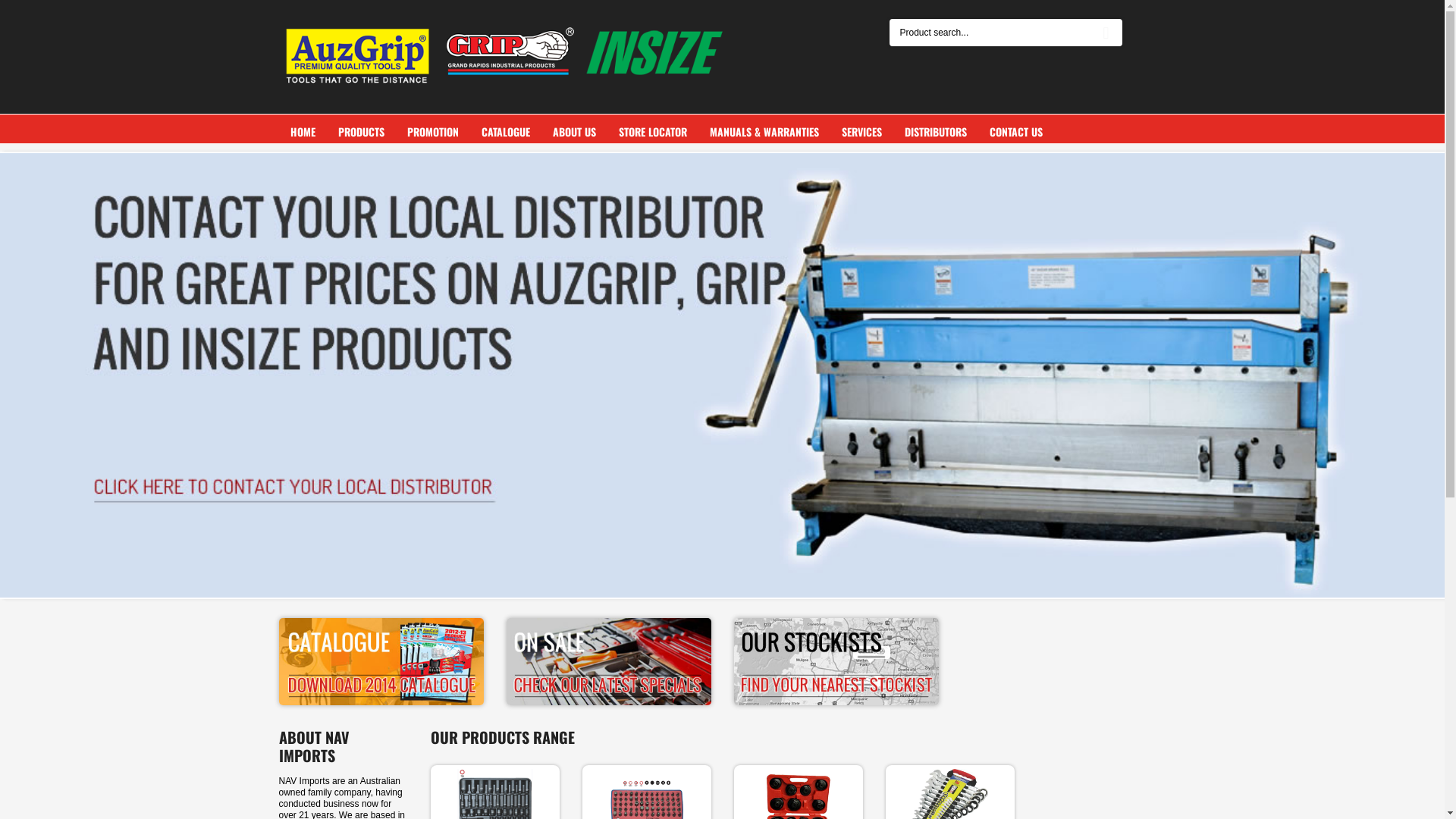  What do you see at coordinates (303, 131) in the screenshot?
I see `'HOME'` at bounding box center [303, 131].